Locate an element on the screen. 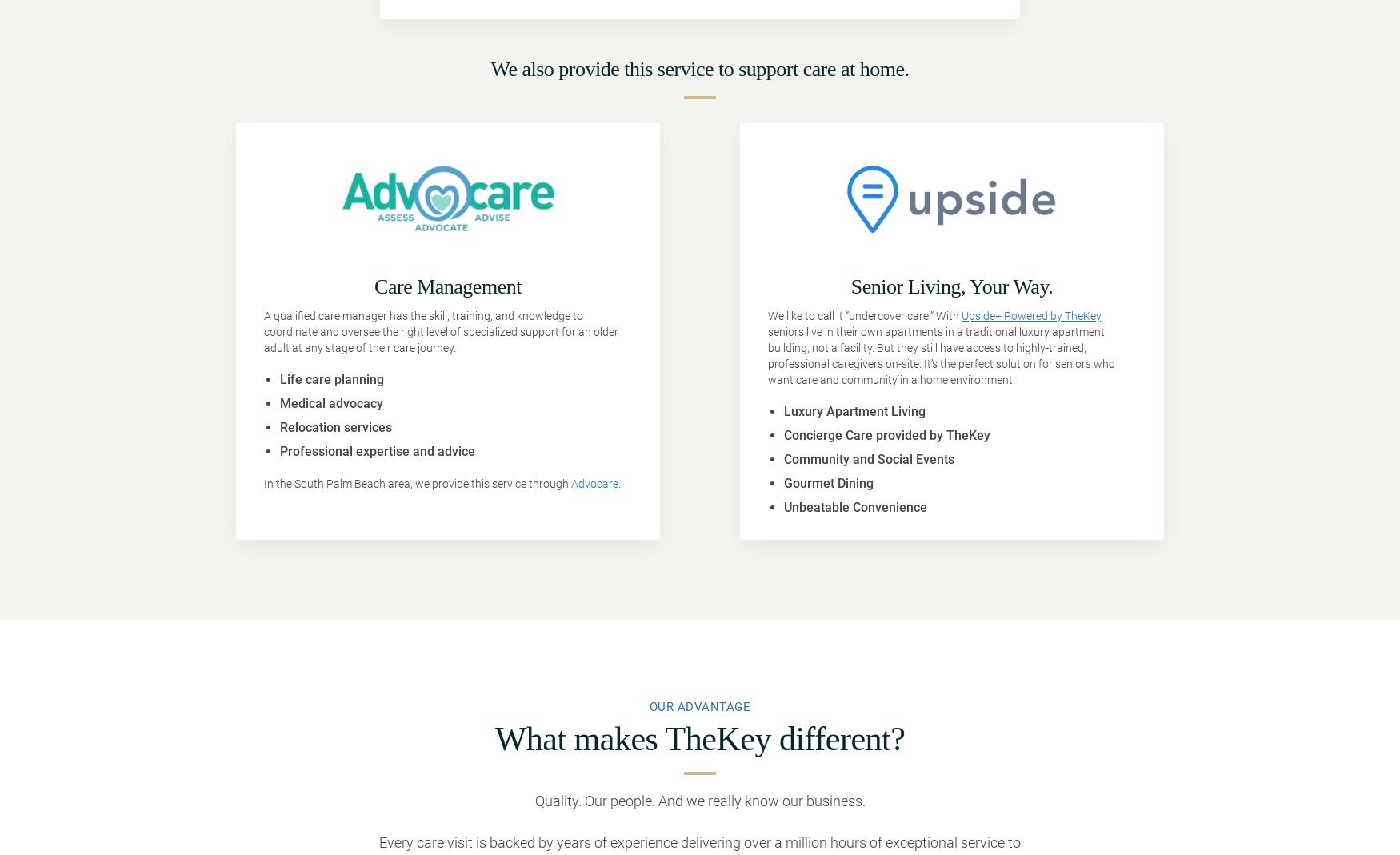 The width and height of the screenshot is (1400, 855). 'Concierge Care provided by TheKey' is located at coordinates (886, 435).